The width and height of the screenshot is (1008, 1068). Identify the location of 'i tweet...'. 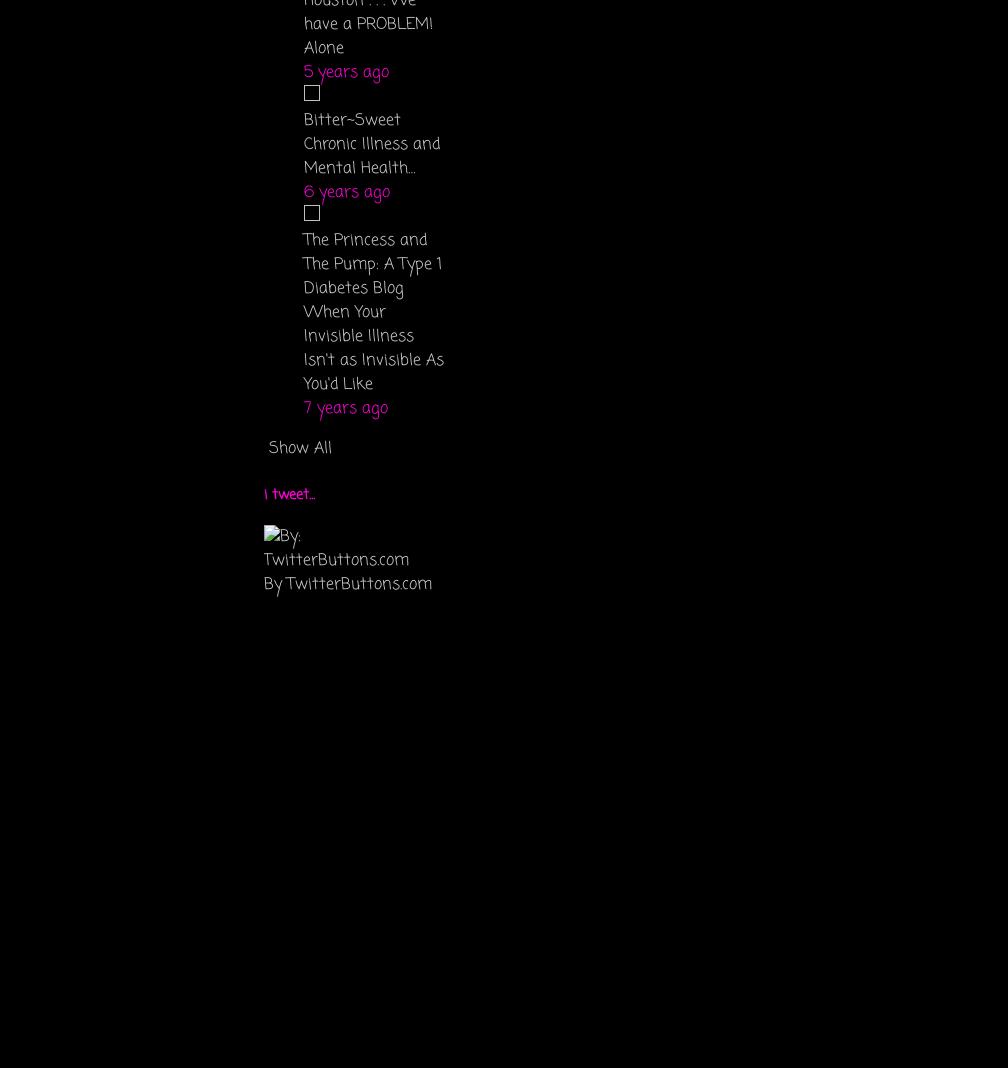
(263, 494).